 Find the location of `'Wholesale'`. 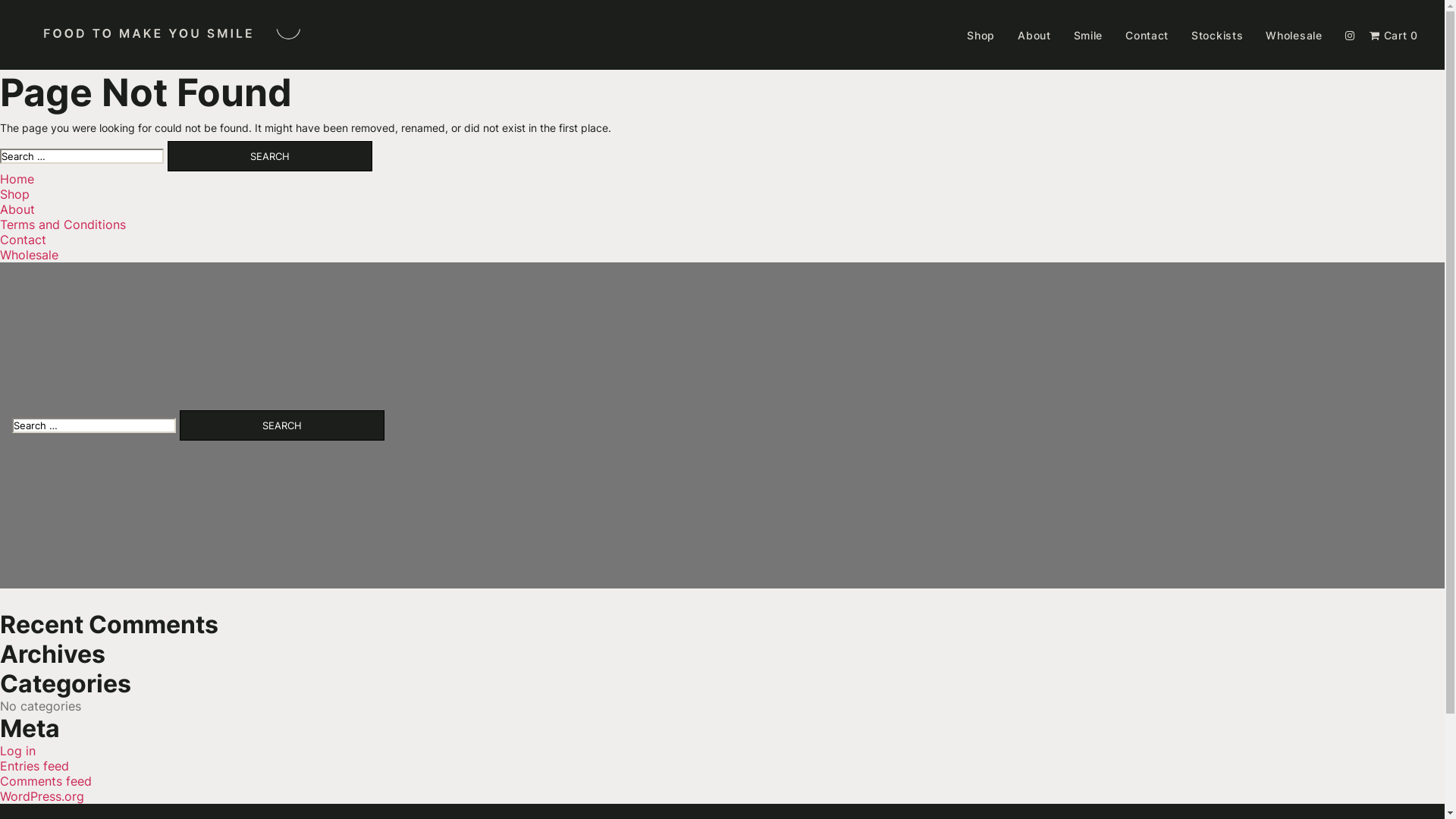

'Wholesale' is located at coordinates (29, 253).